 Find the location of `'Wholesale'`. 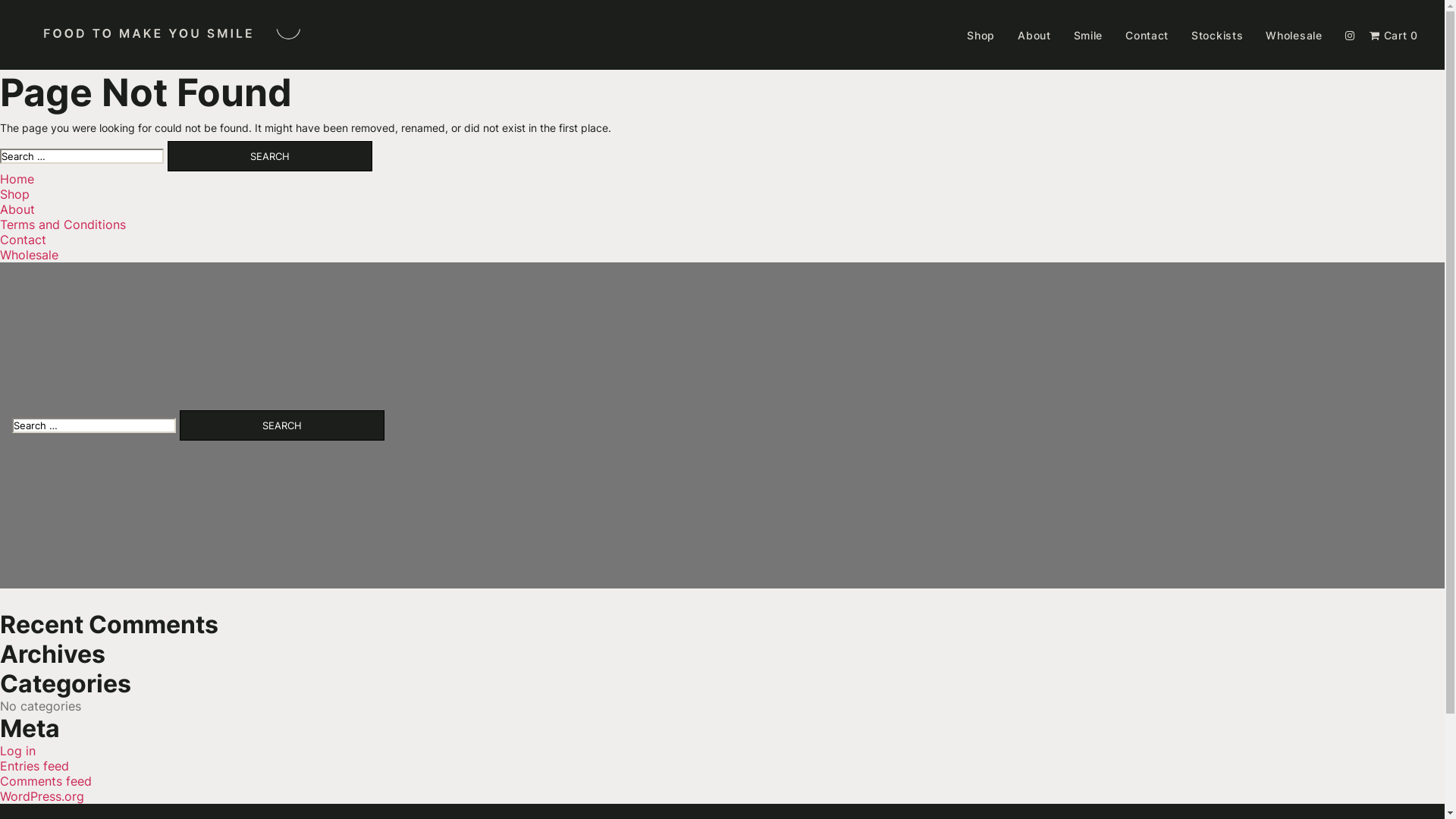

'Wholesale' is located at coordinates (29, 253).